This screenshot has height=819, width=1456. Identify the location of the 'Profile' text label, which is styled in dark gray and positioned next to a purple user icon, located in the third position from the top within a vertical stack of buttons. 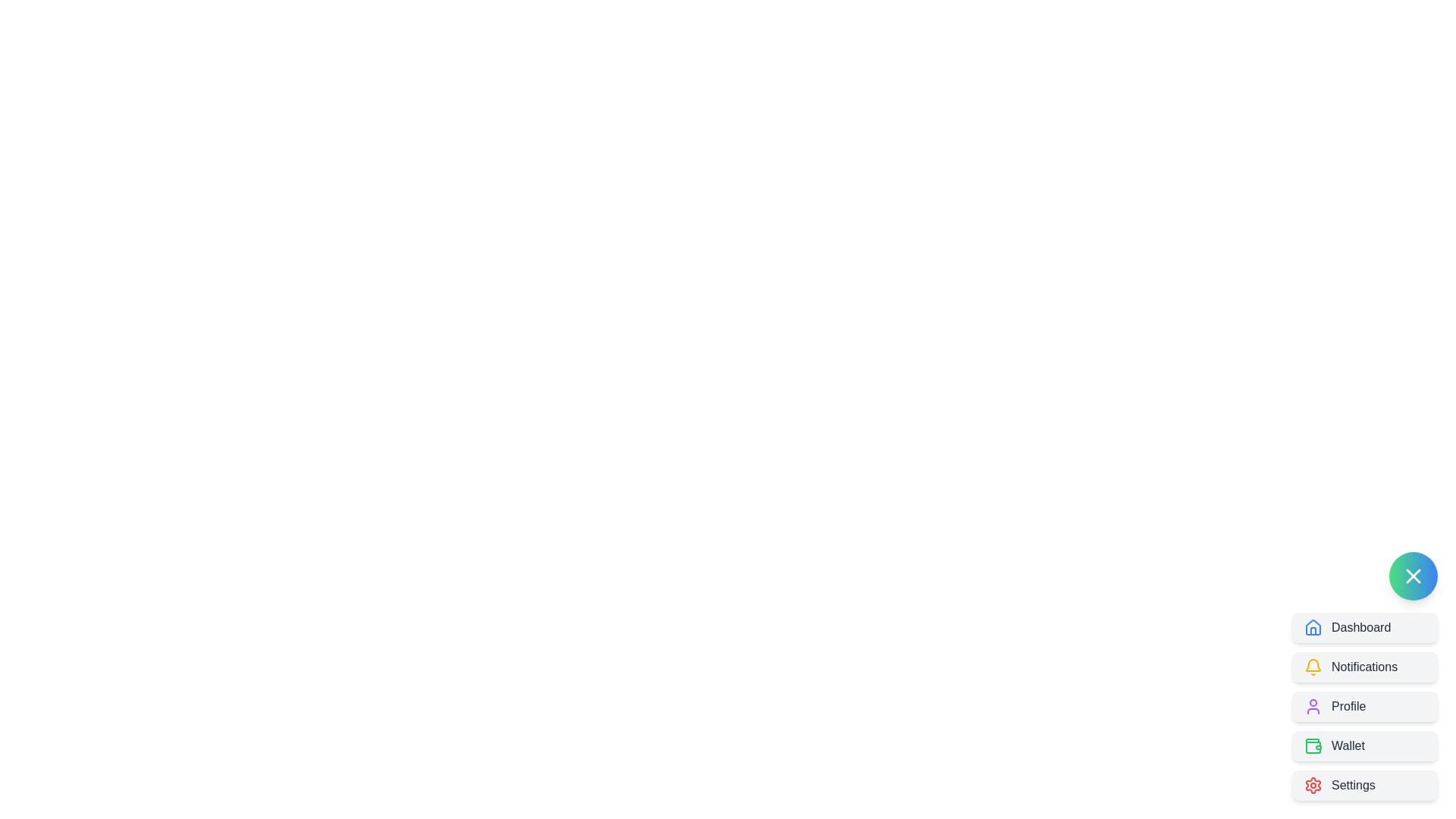
(1348, 707).